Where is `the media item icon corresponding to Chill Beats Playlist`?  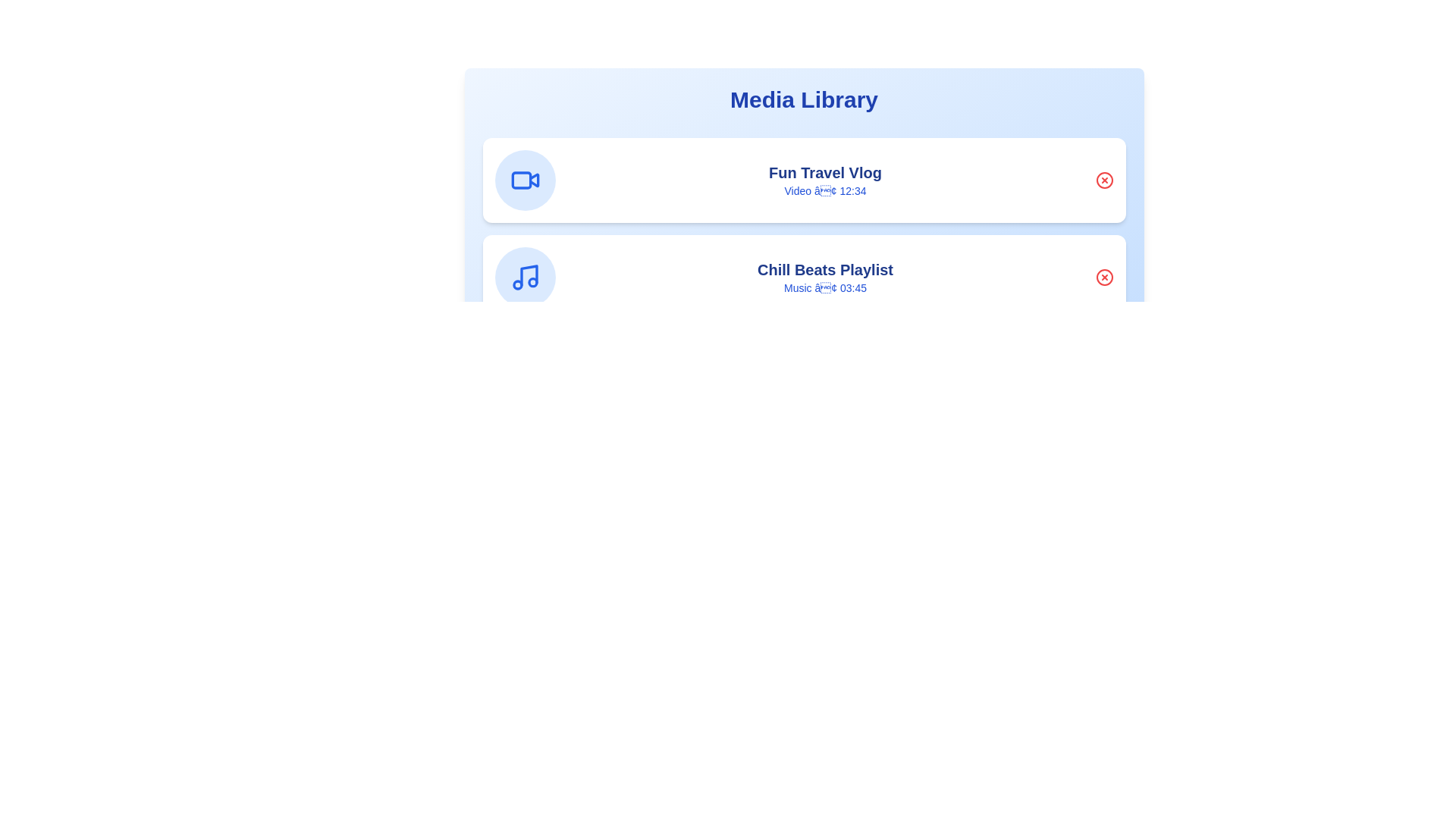
the media item icon corresponding to Chill Beats Playlist is located at coordinates (525, 278).